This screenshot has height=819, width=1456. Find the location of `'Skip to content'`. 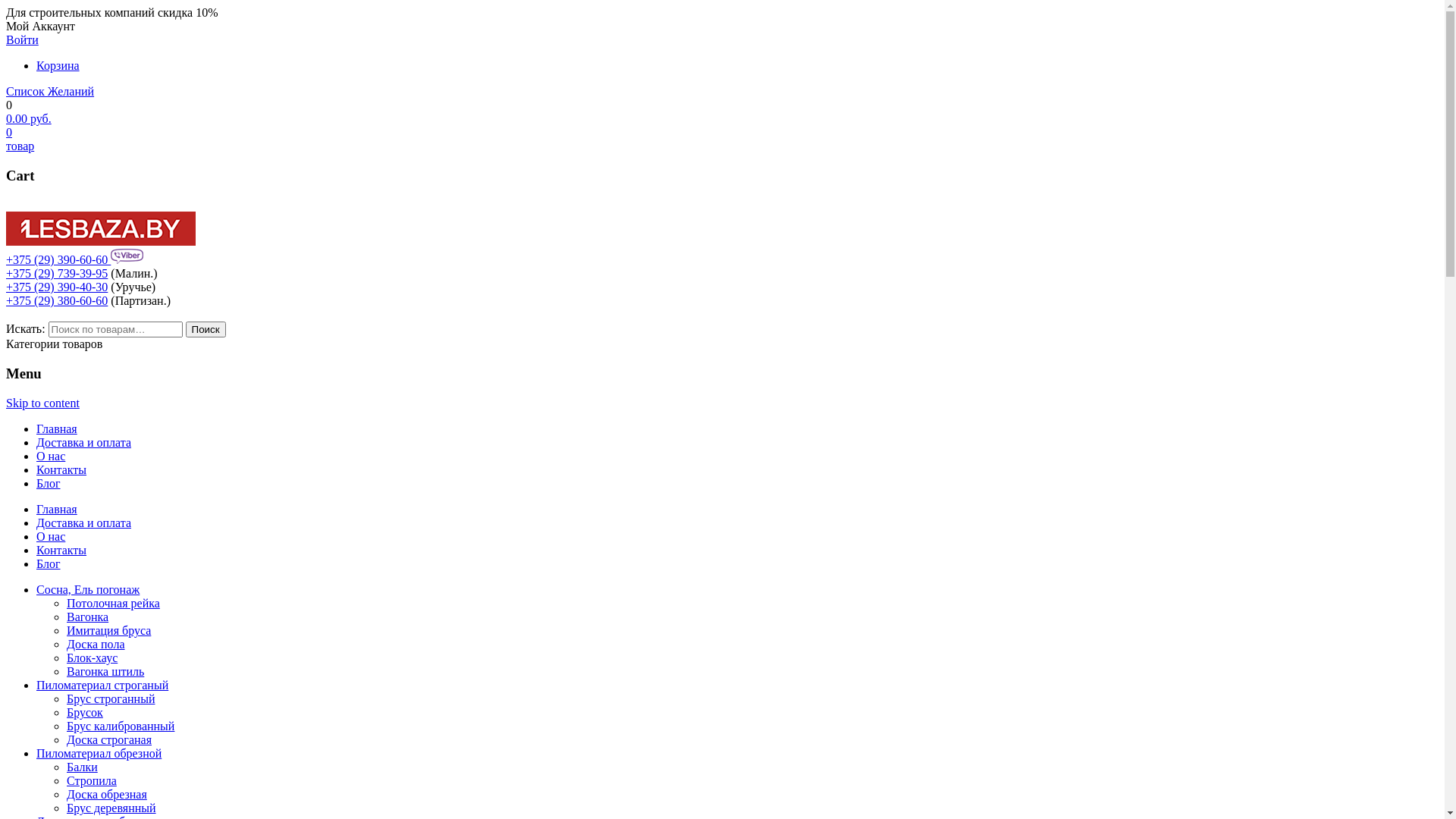

'Skip to content' is located at coordinates (42, 402).